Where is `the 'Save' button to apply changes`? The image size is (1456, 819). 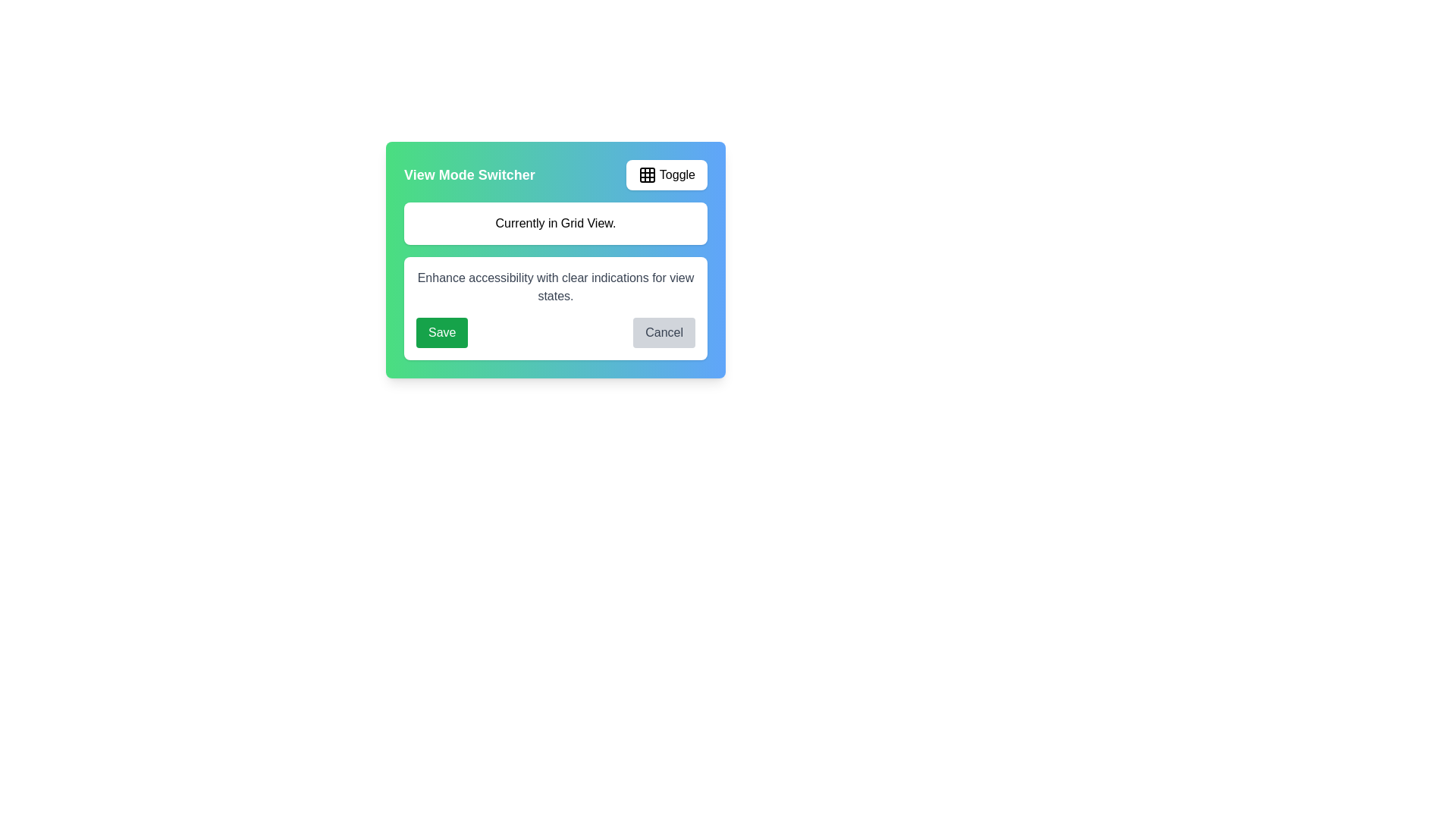
the 'Save' button to apply changes is located at coordinates (441, 332).